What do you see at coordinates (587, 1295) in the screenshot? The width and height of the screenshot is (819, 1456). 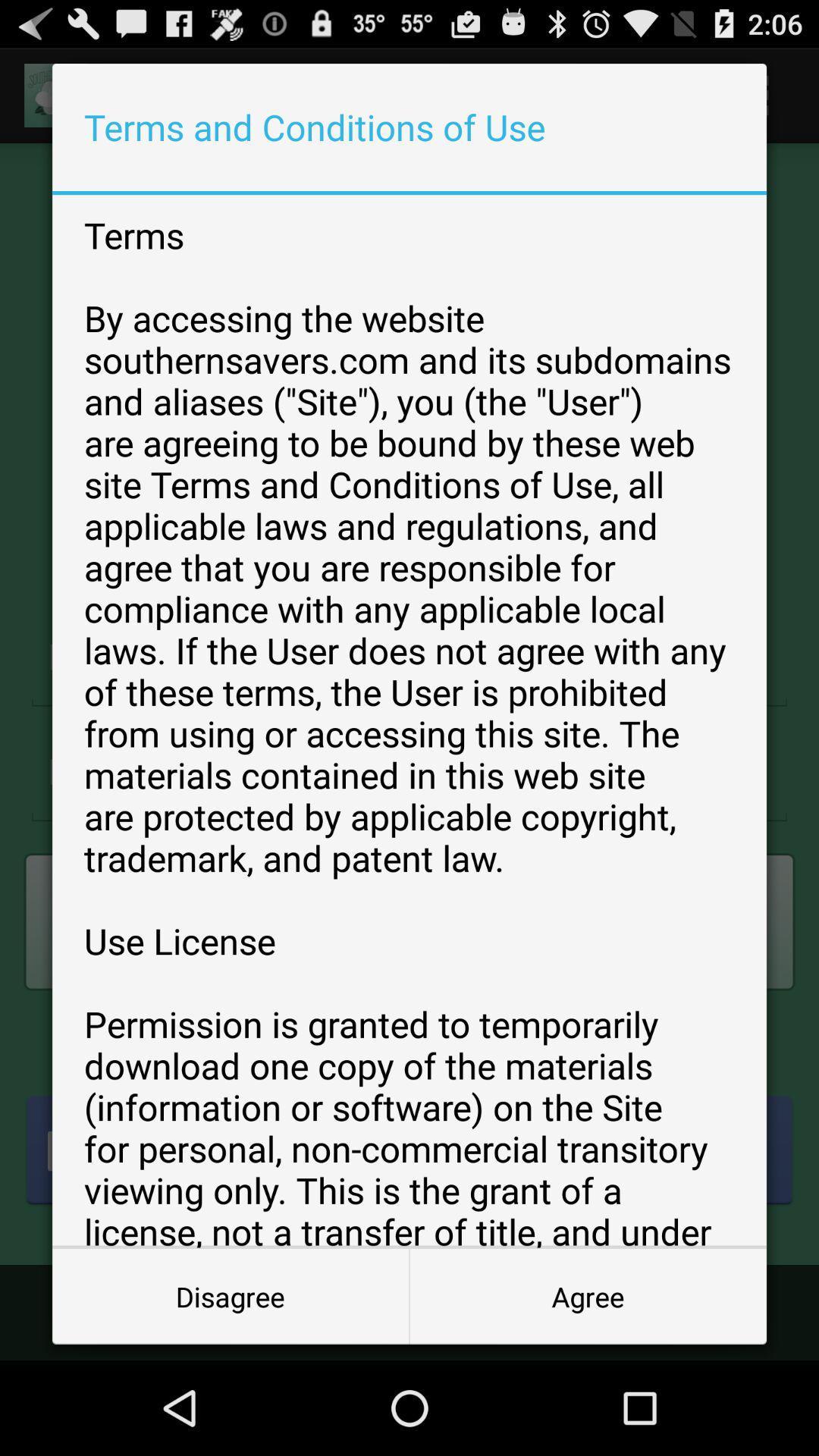 I see `item at the bottom right corner` at bounding box center [587, 1295].